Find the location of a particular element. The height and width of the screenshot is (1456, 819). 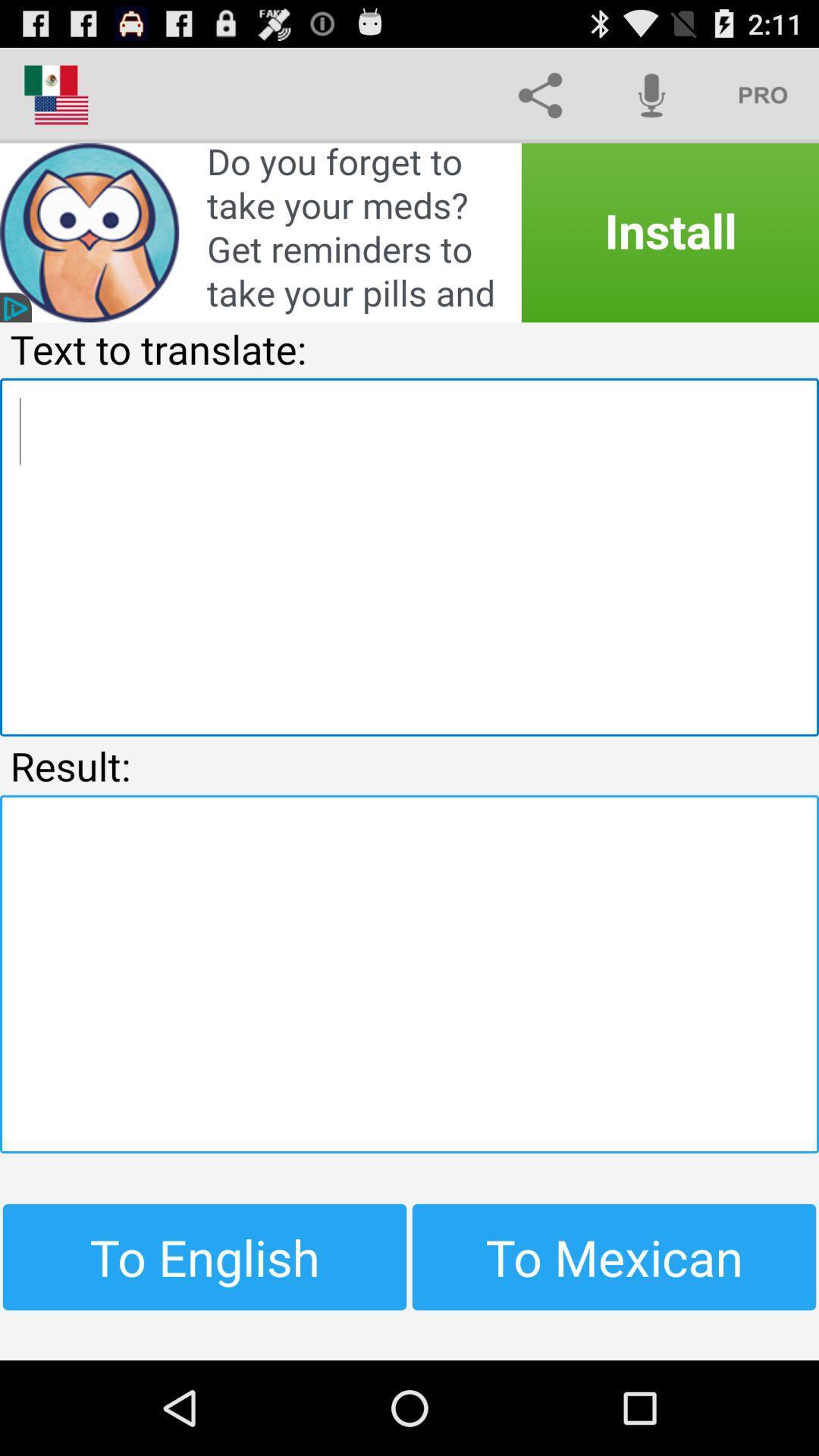

install is located at coordinates (409, 232).